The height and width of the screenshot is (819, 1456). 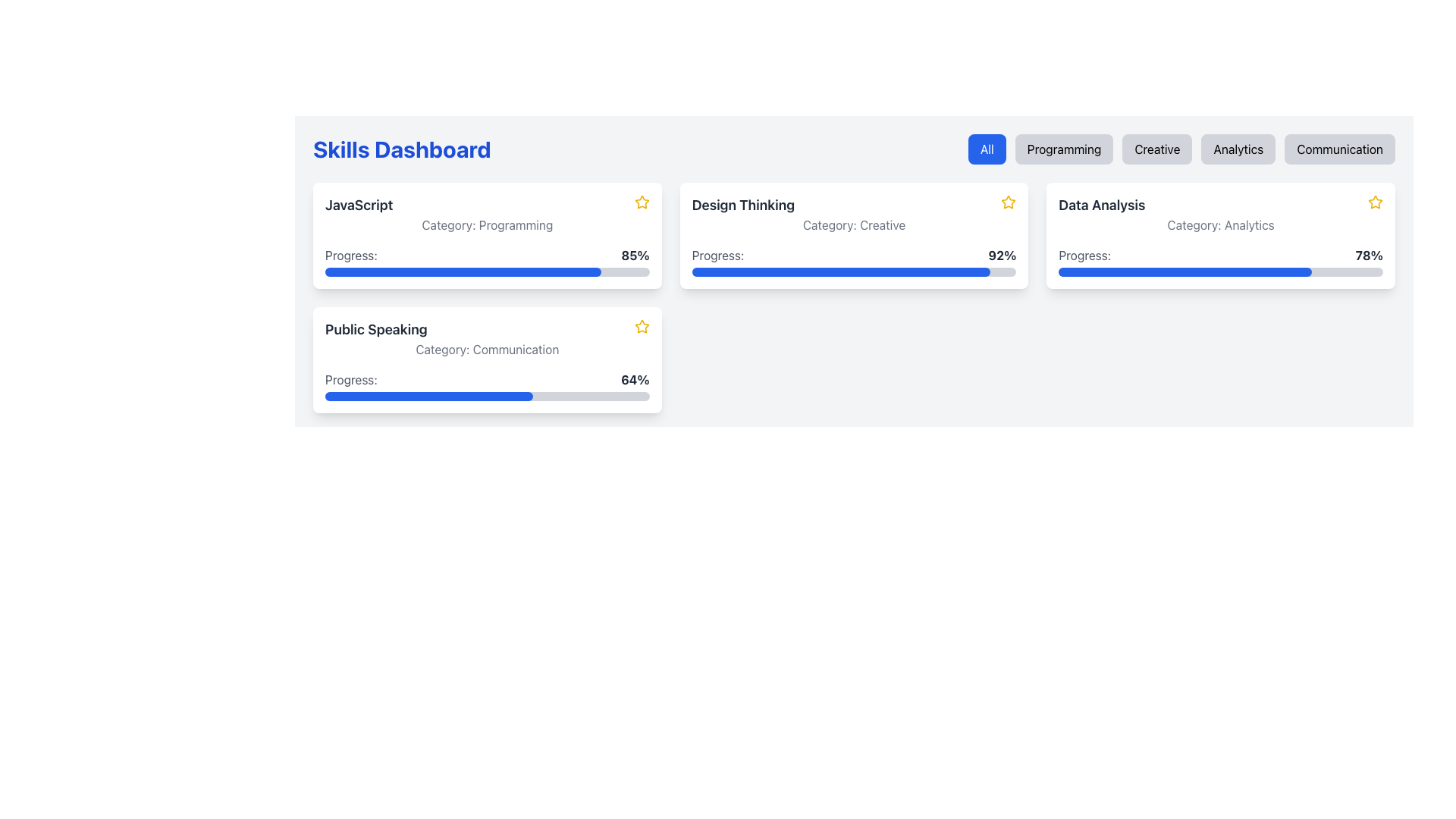 What do you see at coordinates (854, 271) in the screenshot?
I see `the rectangular progress bar with rounded edges that is filled to 92%, located in the 'Design Thinking' card of the 'Skills Dashboard'` at bounding box center [854, 271].